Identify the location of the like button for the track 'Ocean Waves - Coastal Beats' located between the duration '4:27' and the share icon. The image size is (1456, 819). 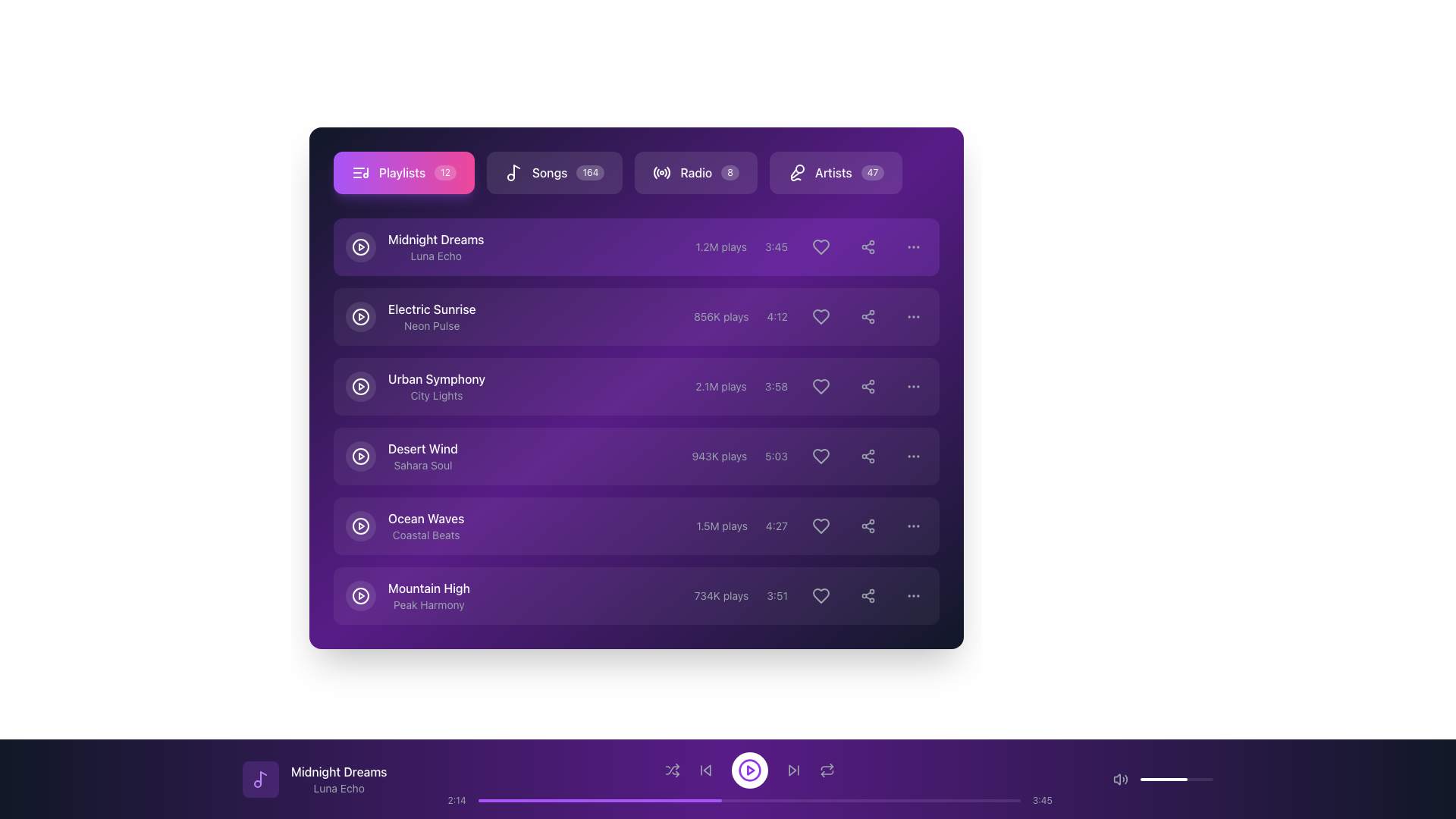
(811, 526).